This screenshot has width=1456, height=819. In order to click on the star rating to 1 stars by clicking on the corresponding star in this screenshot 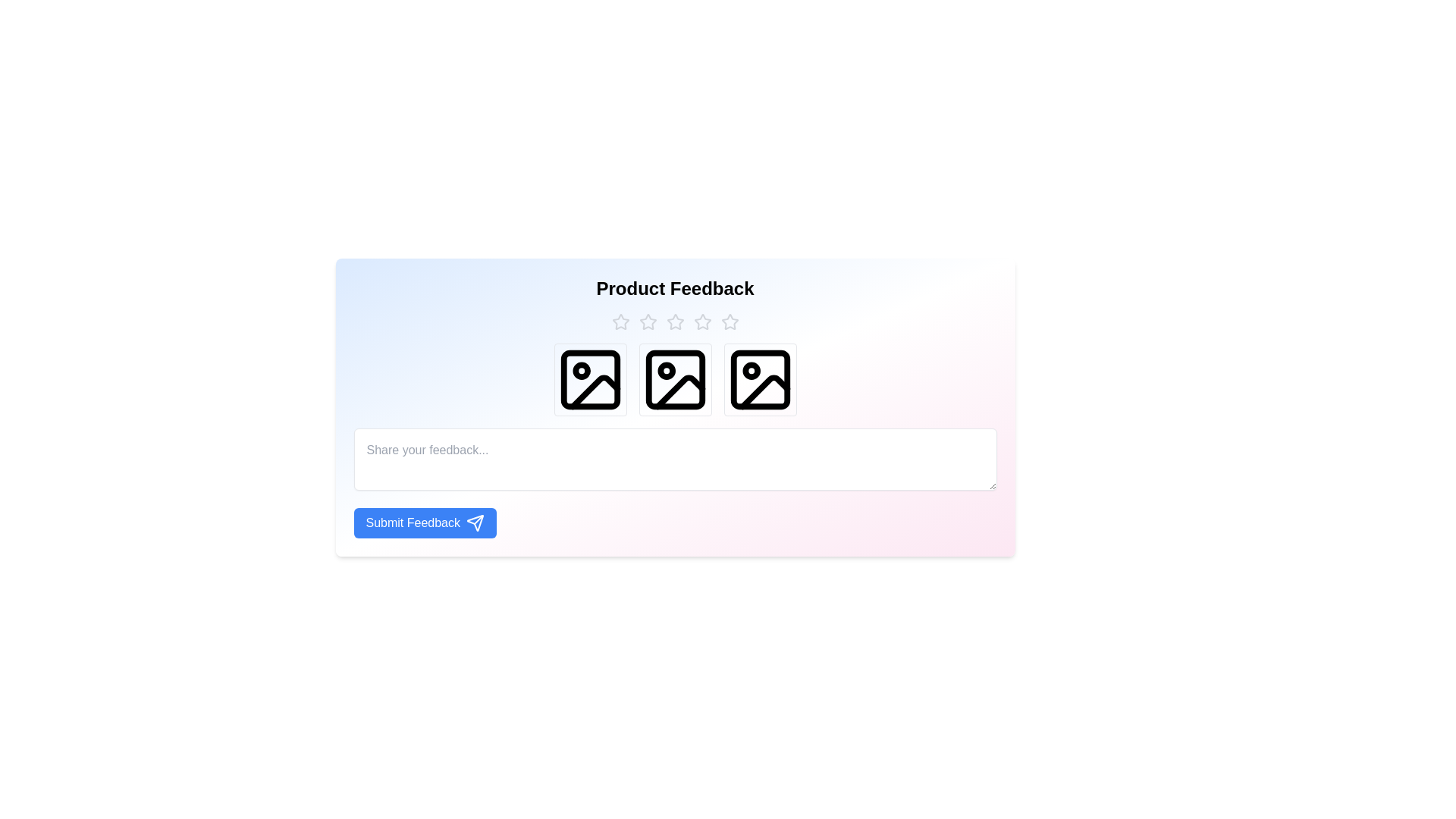, I will do `click(620, 321)`.